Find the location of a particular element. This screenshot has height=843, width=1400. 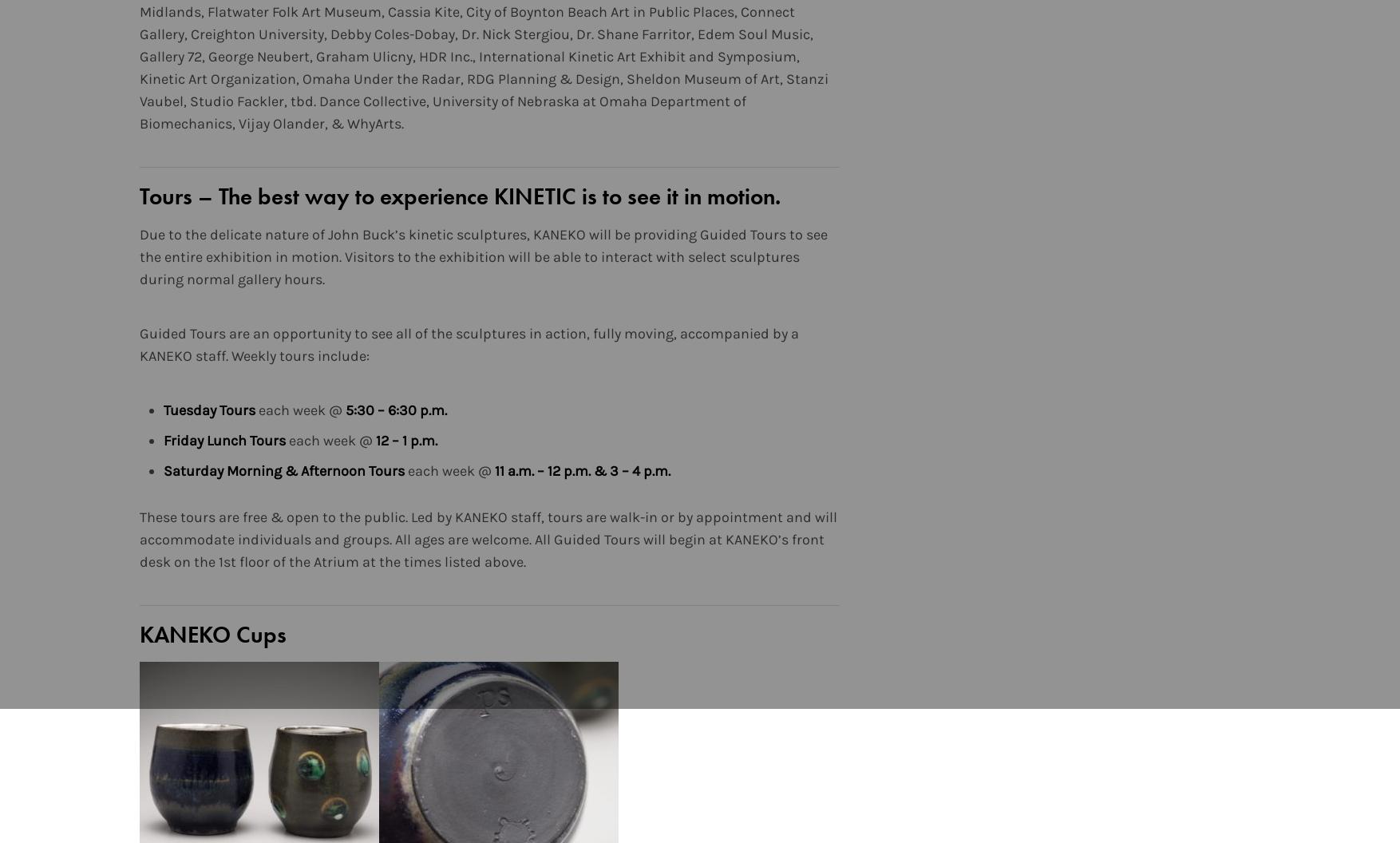

'Guided Tours are an opportunity to see all of the sculptures in action, fully moving, accompanied by a KANEKO staff. Weekly tours include:' is located at coordinates (469, 345).